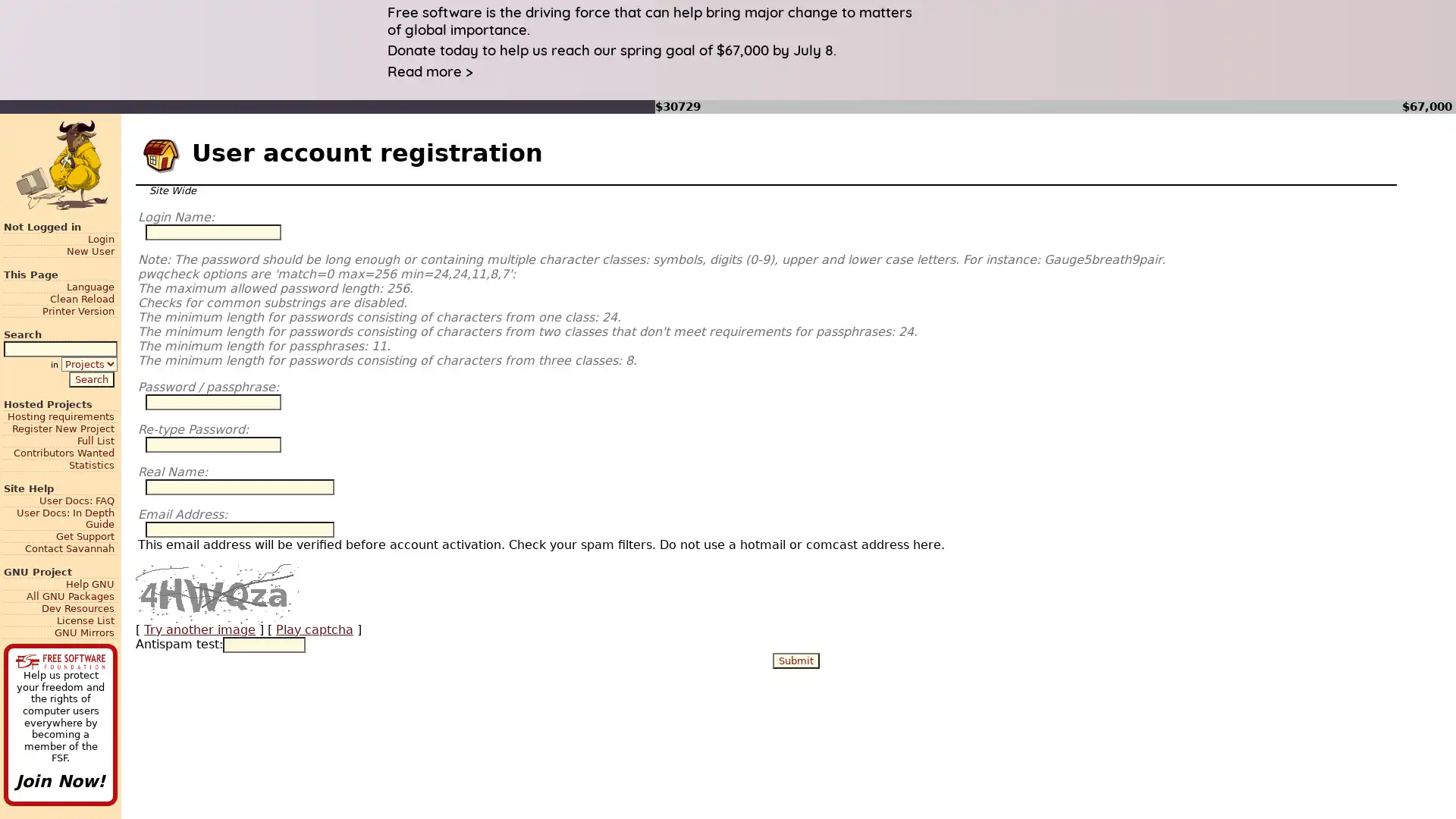  Describe the element at coordinates (795, 659) in the screenshot. I see `Submit` at that location.